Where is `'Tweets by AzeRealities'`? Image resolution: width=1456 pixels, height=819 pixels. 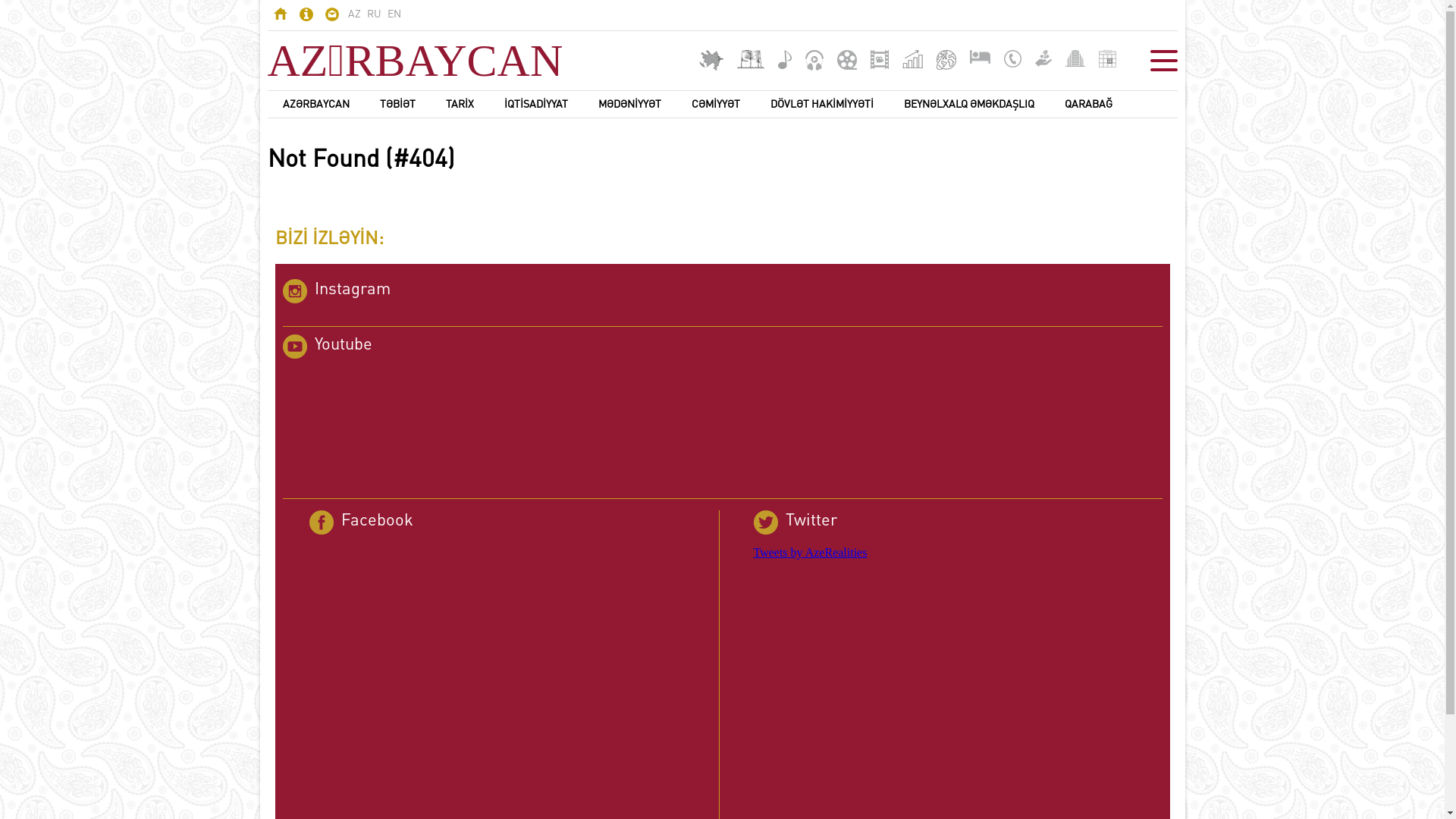
'Tweets by AzeRealities' is located at coordinates (810, 552).